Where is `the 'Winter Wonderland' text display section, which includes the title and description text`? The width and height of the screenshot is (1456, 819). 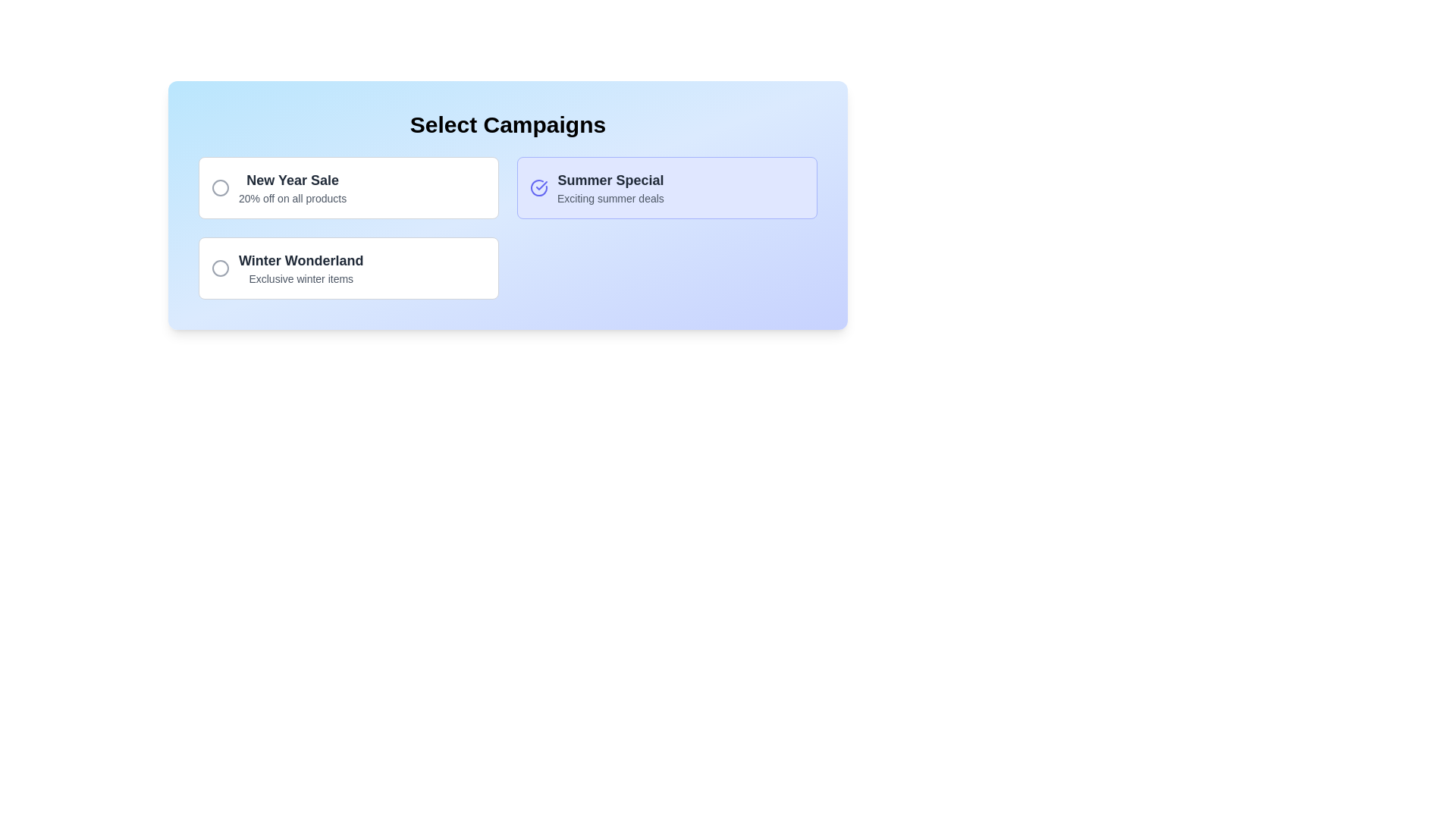 the 'Winter Wonderland' text display section, which includes the title and description text is located at coordinates (301, 268).